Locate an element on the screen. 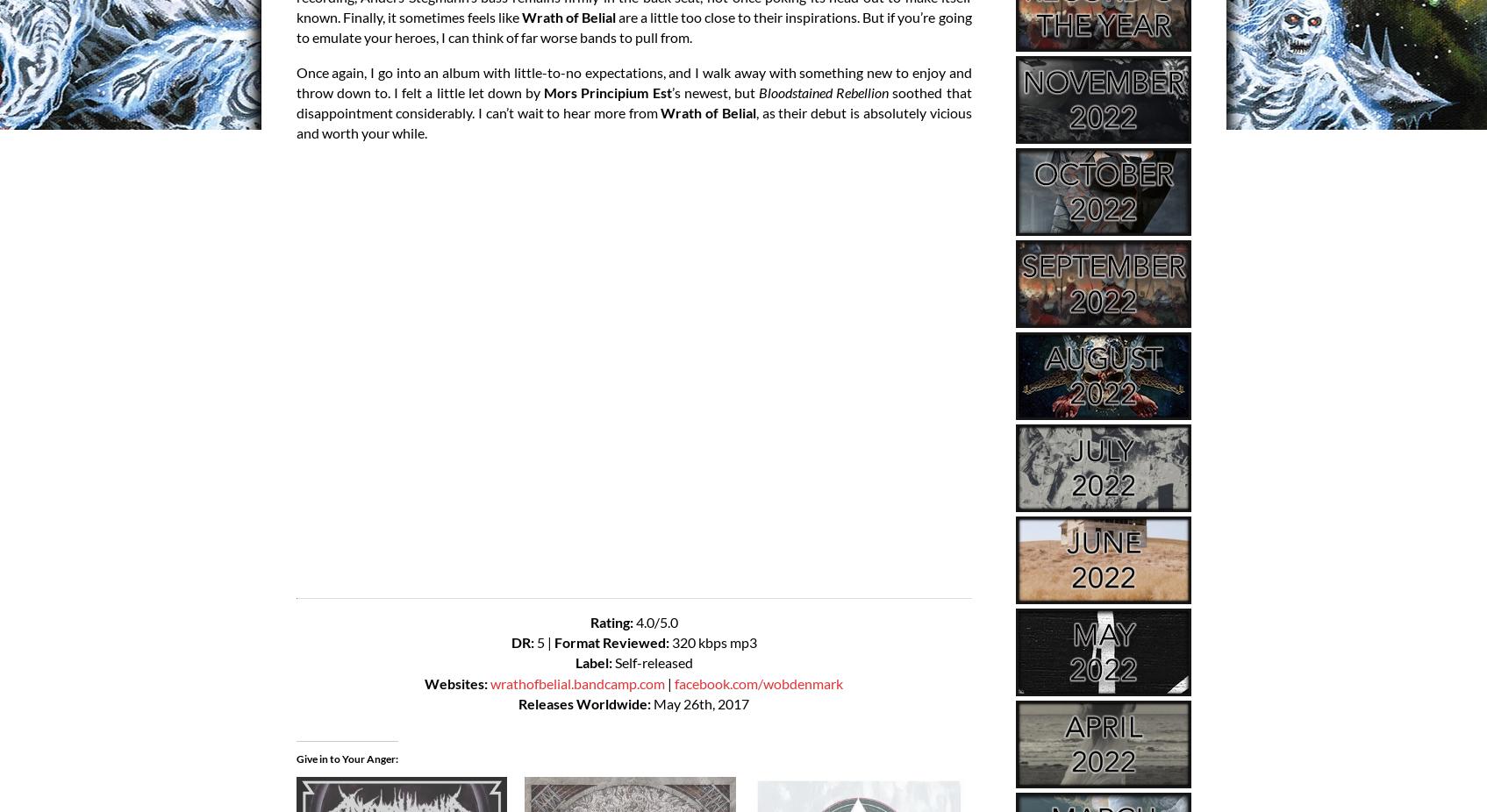 Image resolution: width=1487 pixels, height=812 pixels. 'wrathofbelial.bandcamp.com' is located at coordinates (577, 683).